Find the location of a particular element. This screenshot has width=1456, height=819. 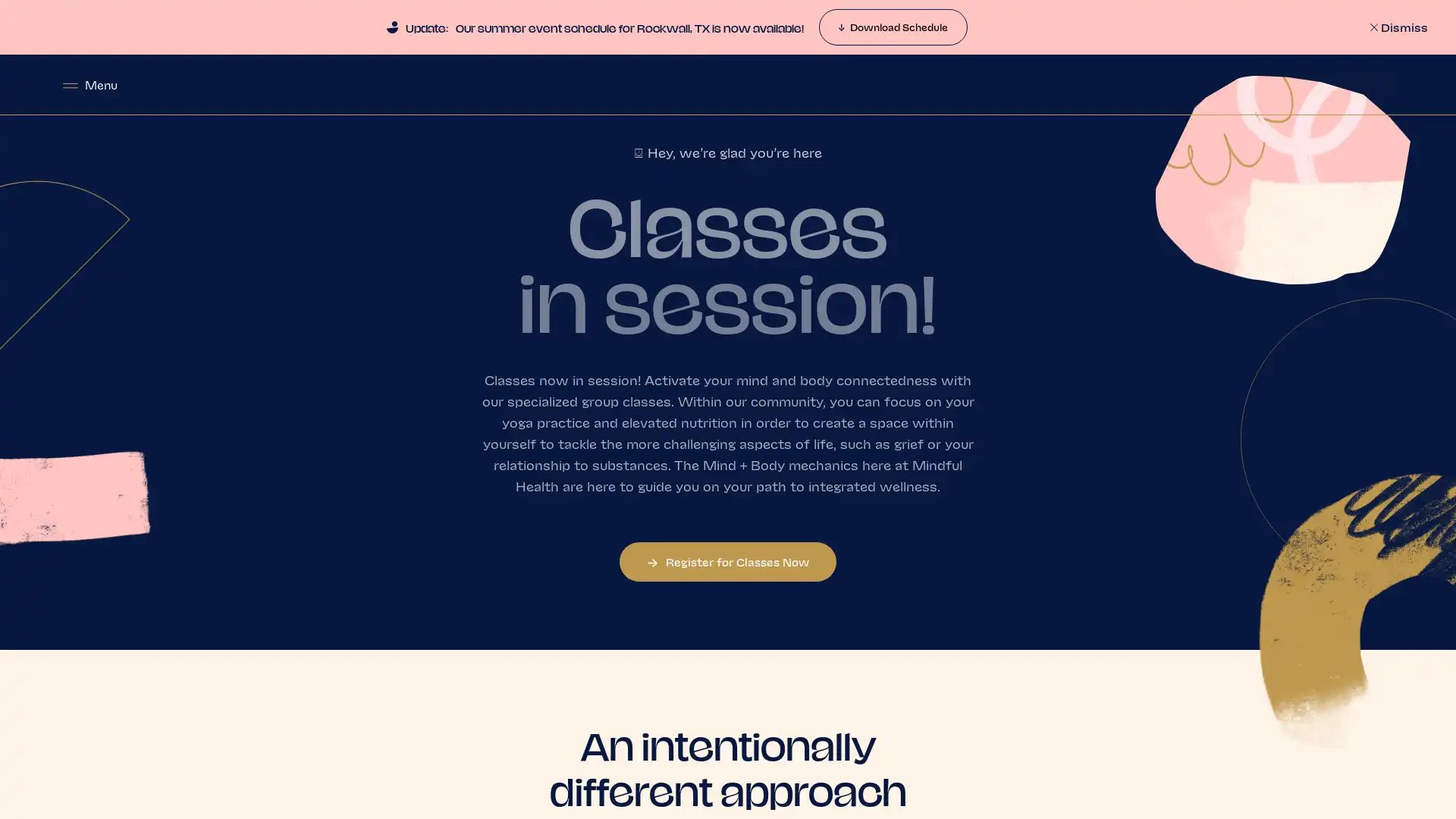

Dismiss is located at coordinates (1396, 27).